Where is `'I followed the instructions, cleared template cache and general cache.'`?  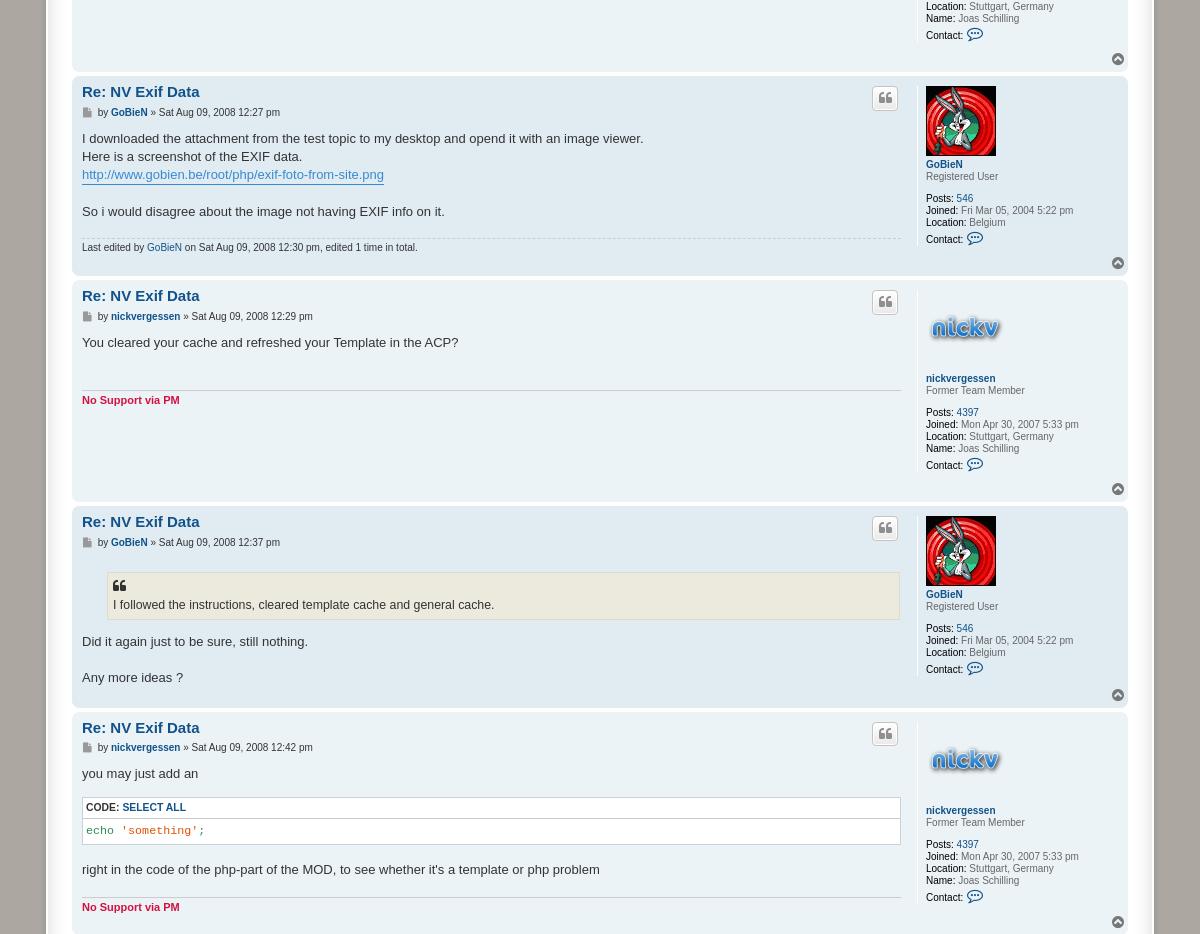
'I followed the instructions, cleared template cache and general cache.' is located at coordinates (303, 604).